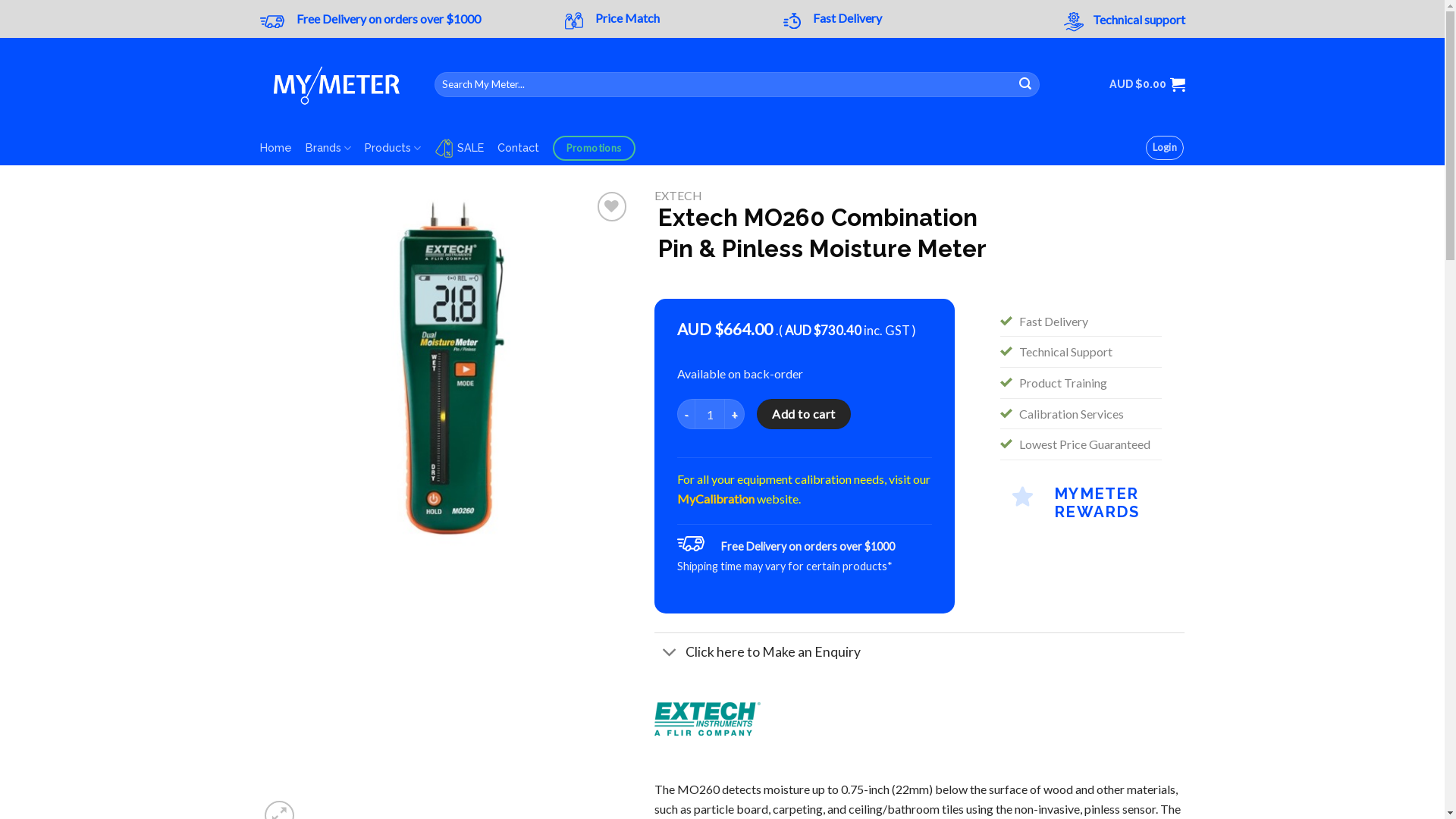 This screenshot has height=819, width=1456. What do you see at coordinates (1147, 84) in the screenshot?
I see `'AUD $0.00'` at bounding box center [1147, 84].